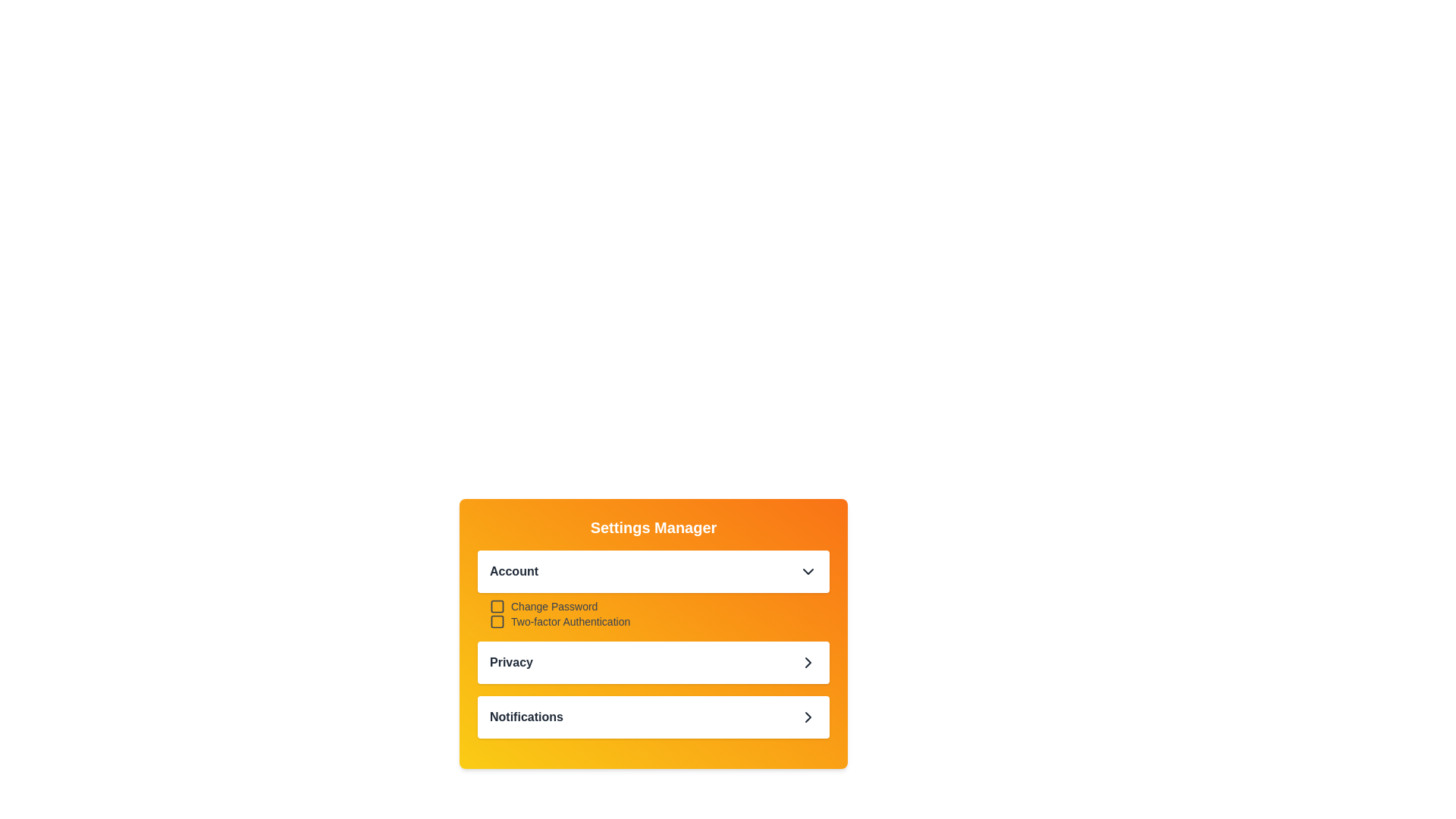 The image size is (1456, 819). I want to click on the small red square inside the larger clear square of the 'Two-factor Authentication' checkbox in the 'Account' section of the 'Settings Manager', so click(497, 622).